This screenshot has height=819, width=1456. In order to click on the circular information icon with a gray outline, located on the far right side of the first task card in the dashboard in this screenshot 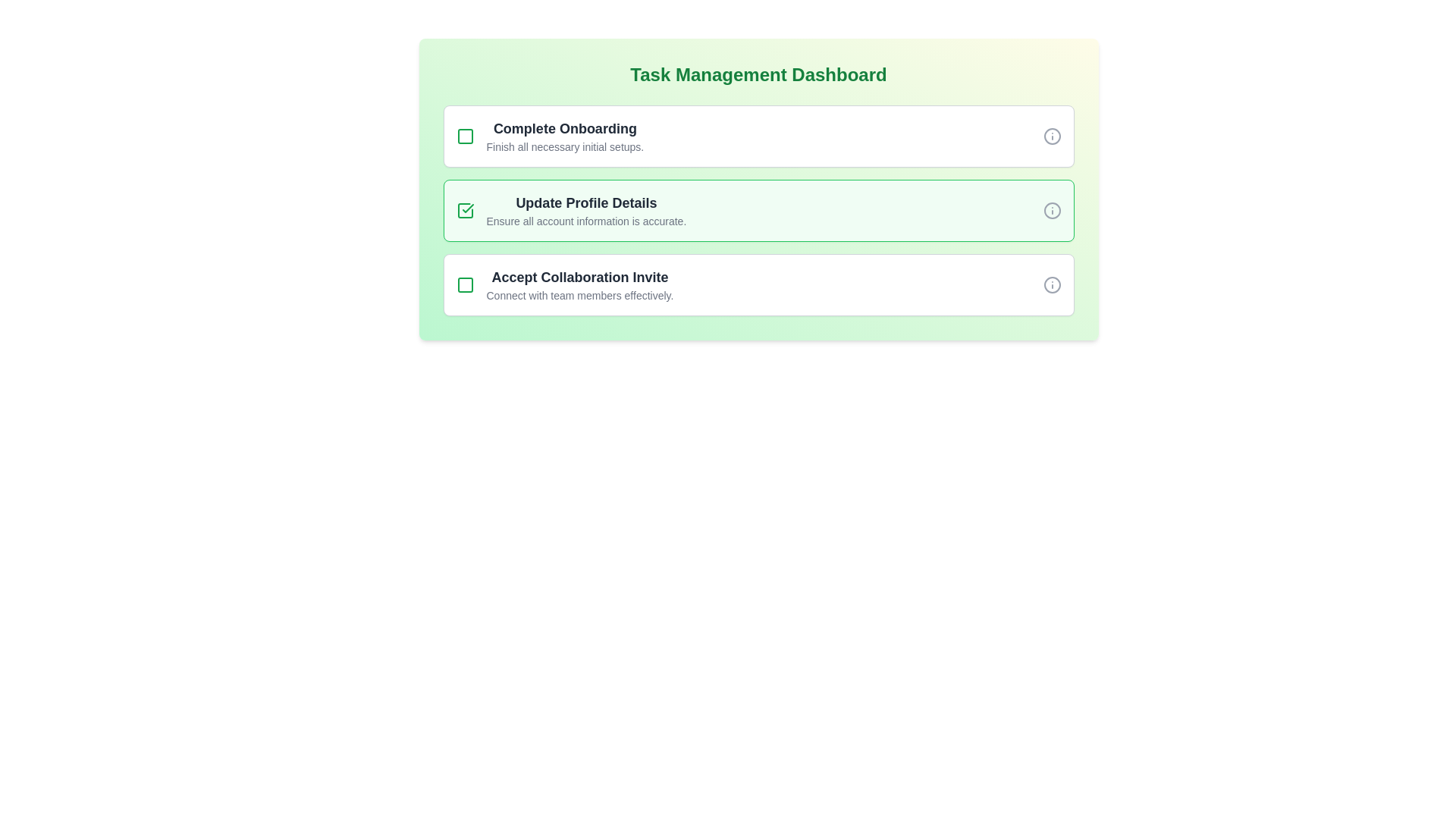, I will do `click(1051, 136)`.